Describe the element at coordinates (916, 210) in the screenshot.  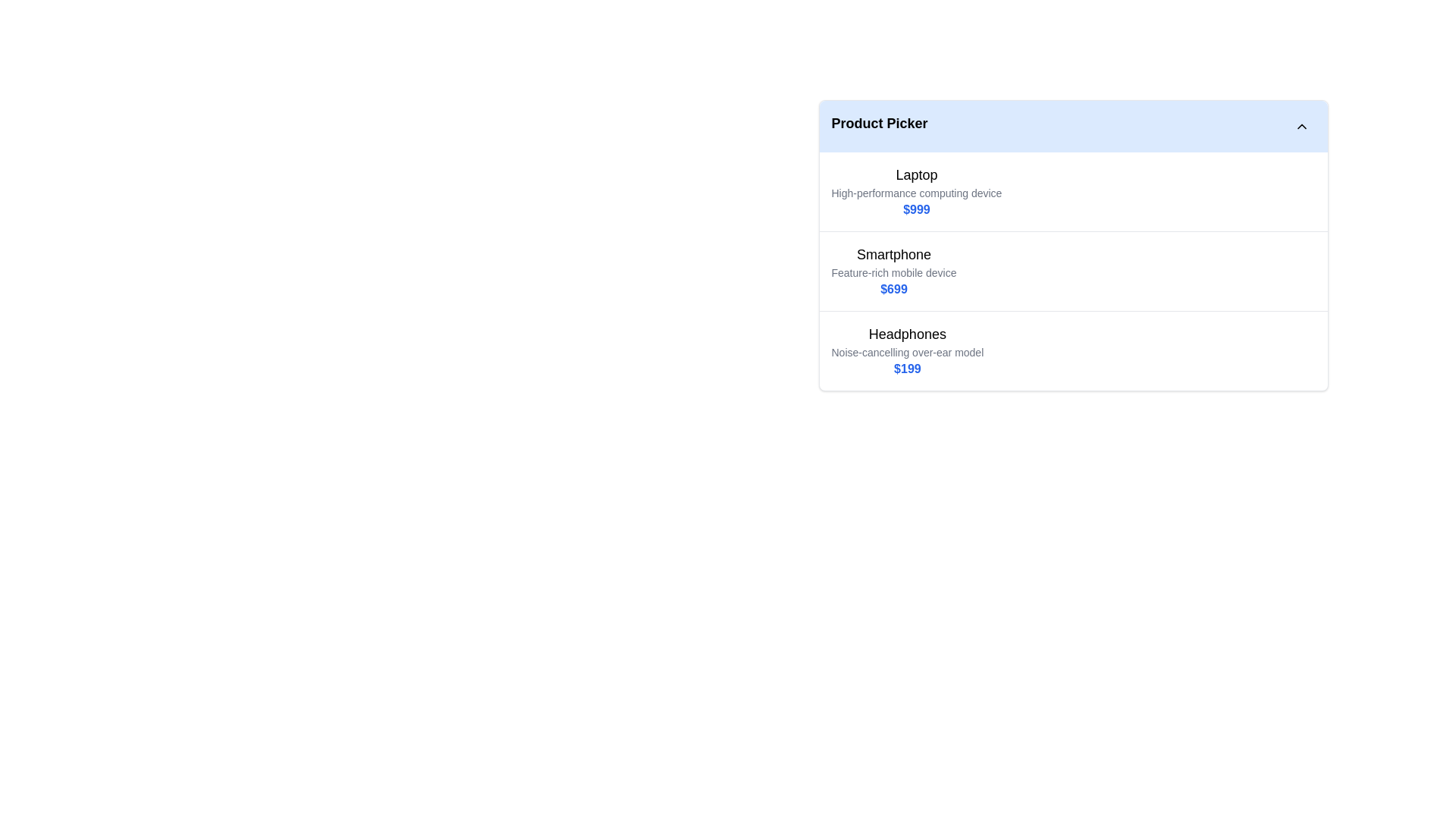
I see `the static text displaying the price of the laptop, located under 'High-performance computing device' and 'Laptop' in the 'Product Picker' section` at that location.